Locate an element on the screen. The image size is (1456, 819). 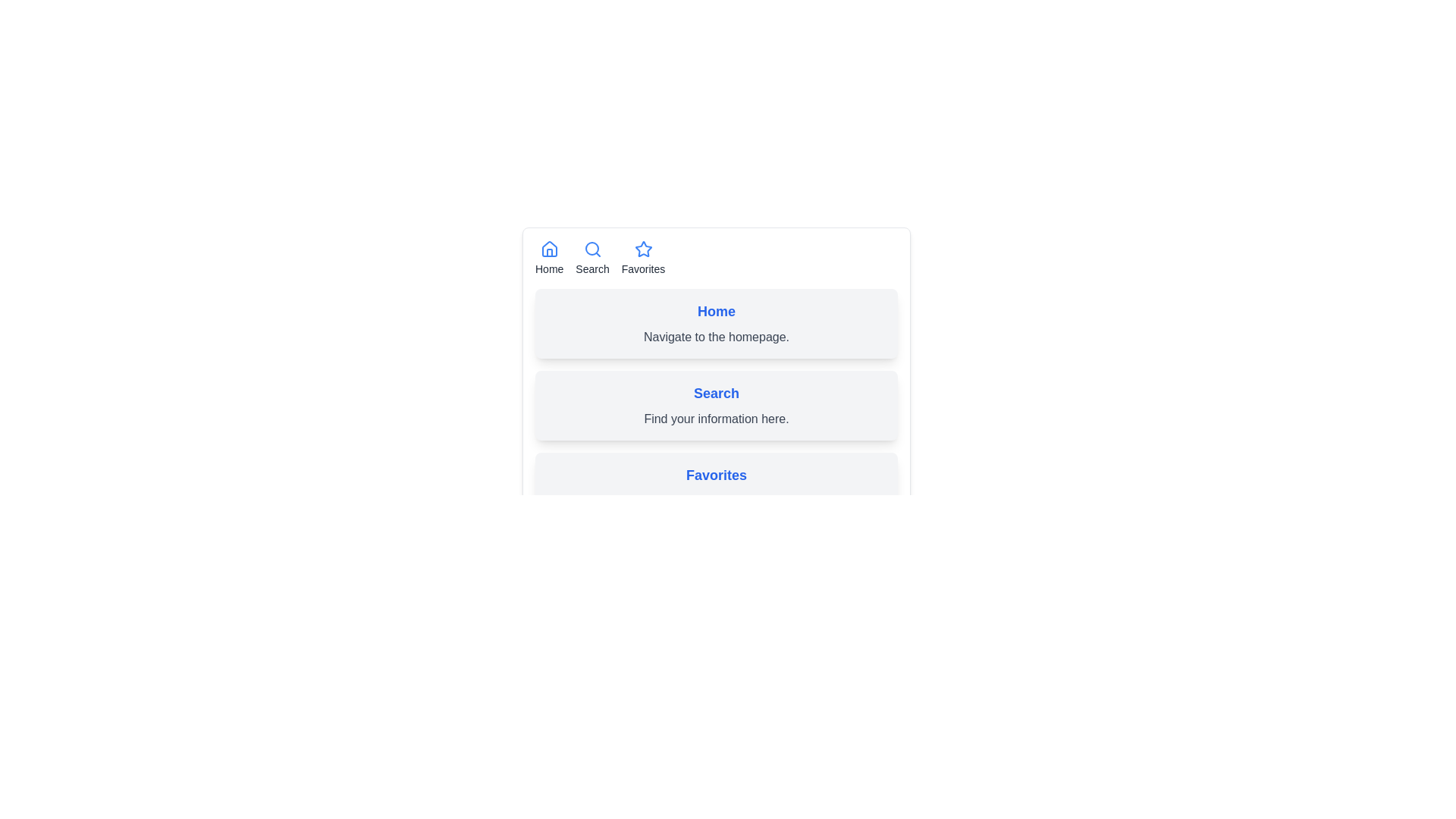
the bold, blue-colored 'Home' text label located at the top of its light grey, rounded rectangular box is located at coordinates (716, 311).